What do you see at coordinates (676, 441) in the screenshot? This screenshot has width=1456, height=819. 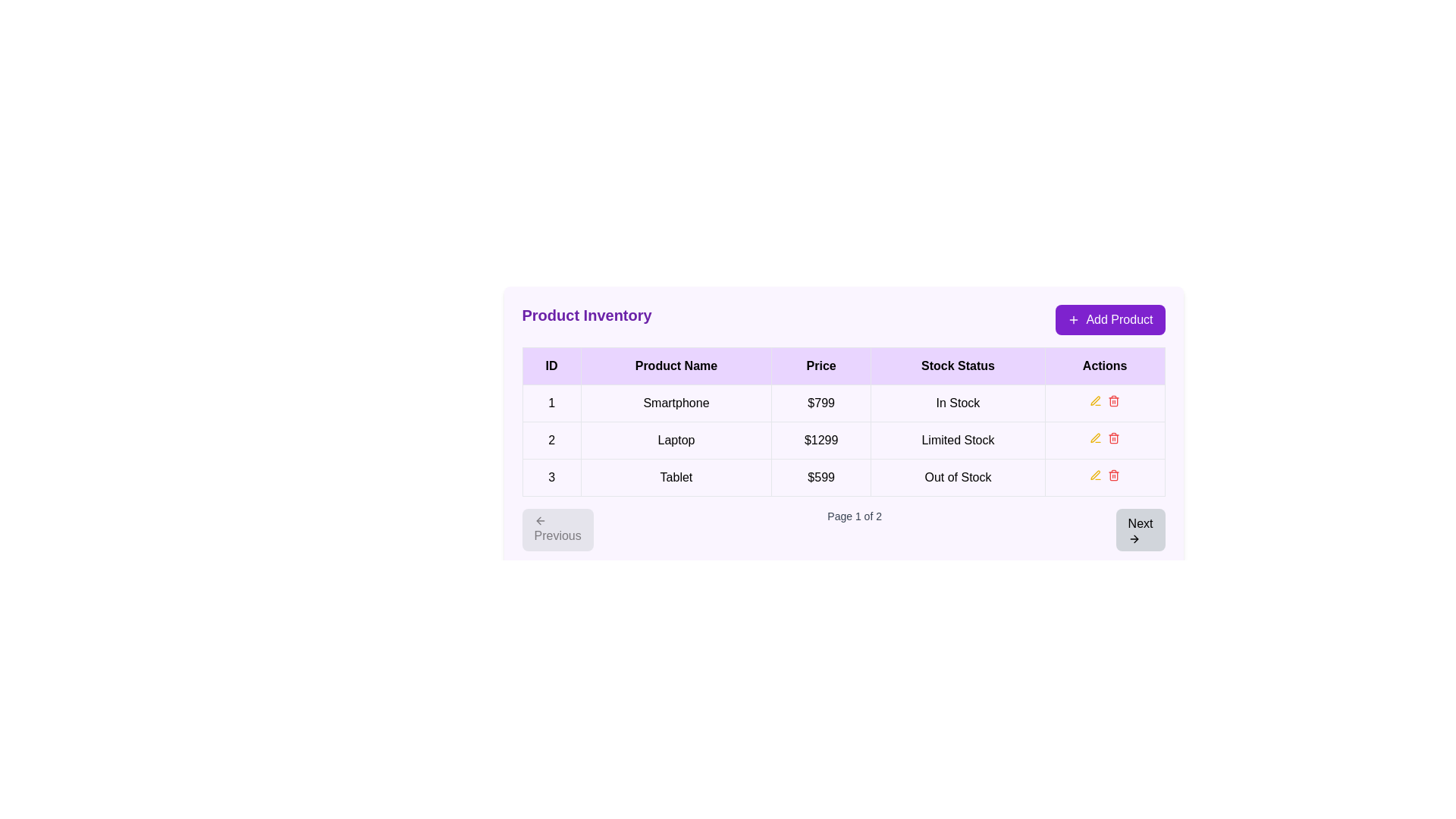 I see `the 'Laptop' text label in the second row under the 'Product Name' column of the 'Product Inventory' table` at bounding box center [676, 441].